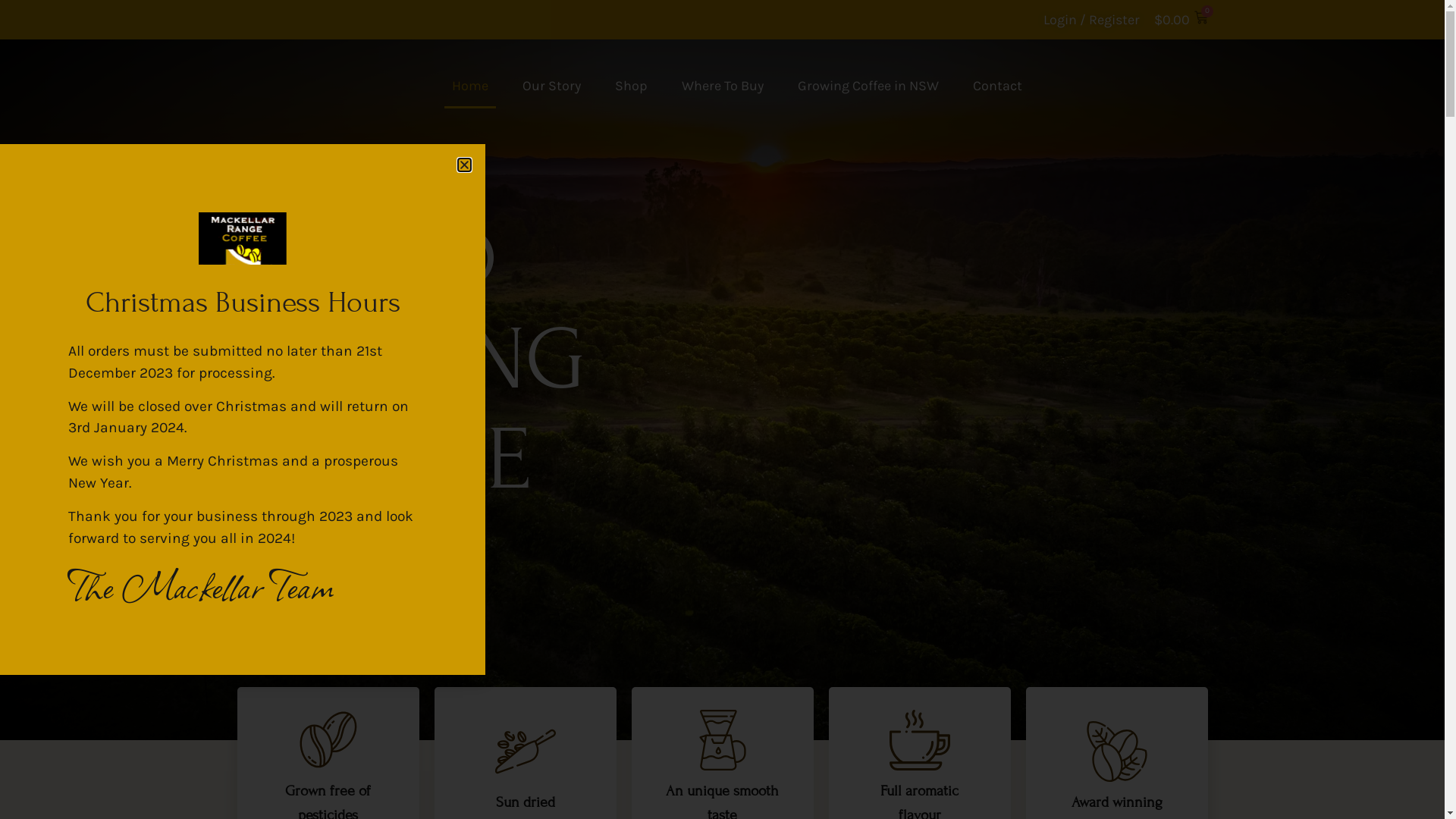 Image resolution: width=1456 pixels, height=819 pixels. Describe the element at coordinates (311, 557) in the screenshot. I see `'BUY NOW'` at that location.